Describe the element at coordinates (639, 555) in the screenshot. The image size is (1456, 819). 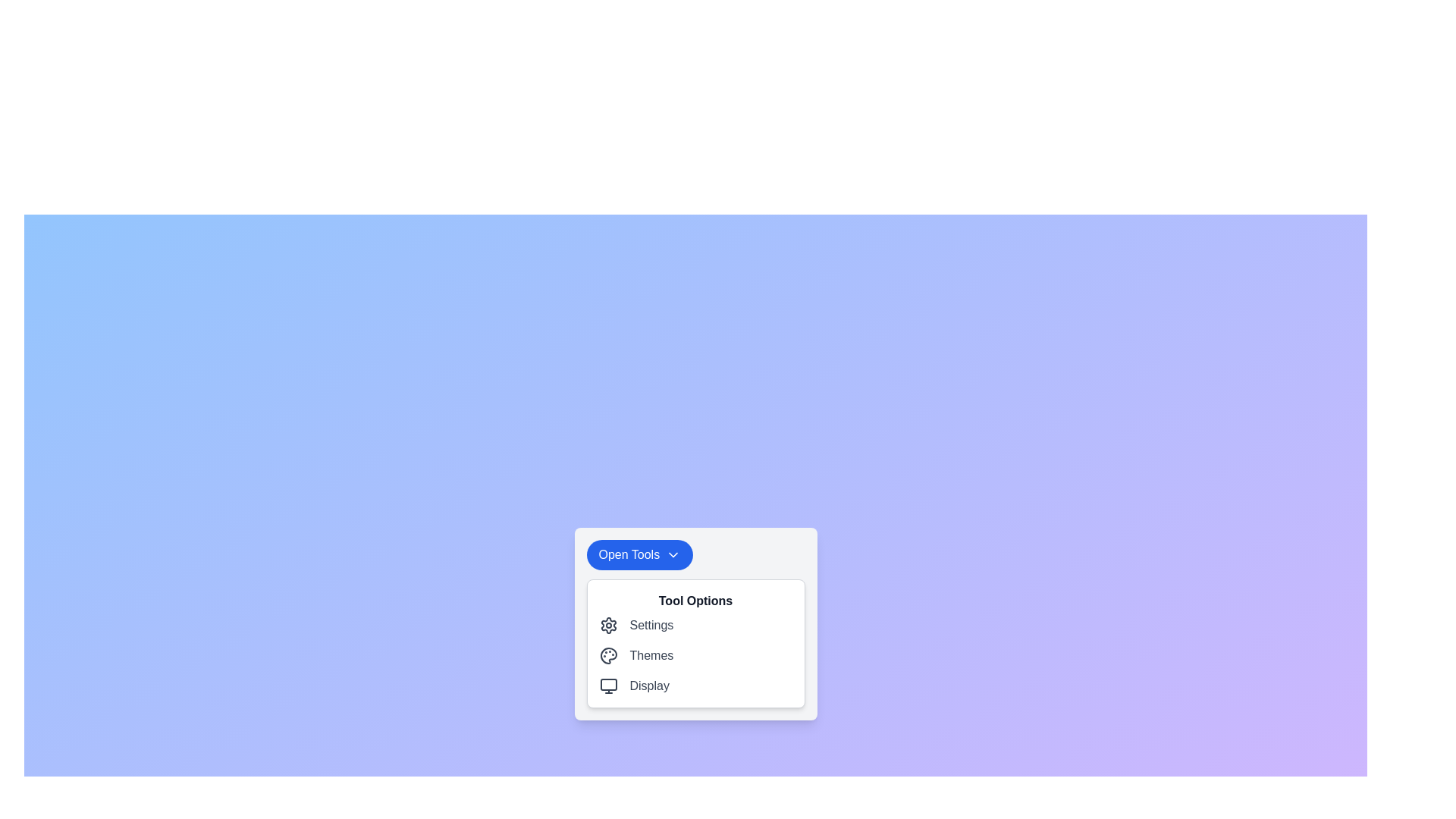
I see `the blue button labeled 'Open Tools'` at that location.